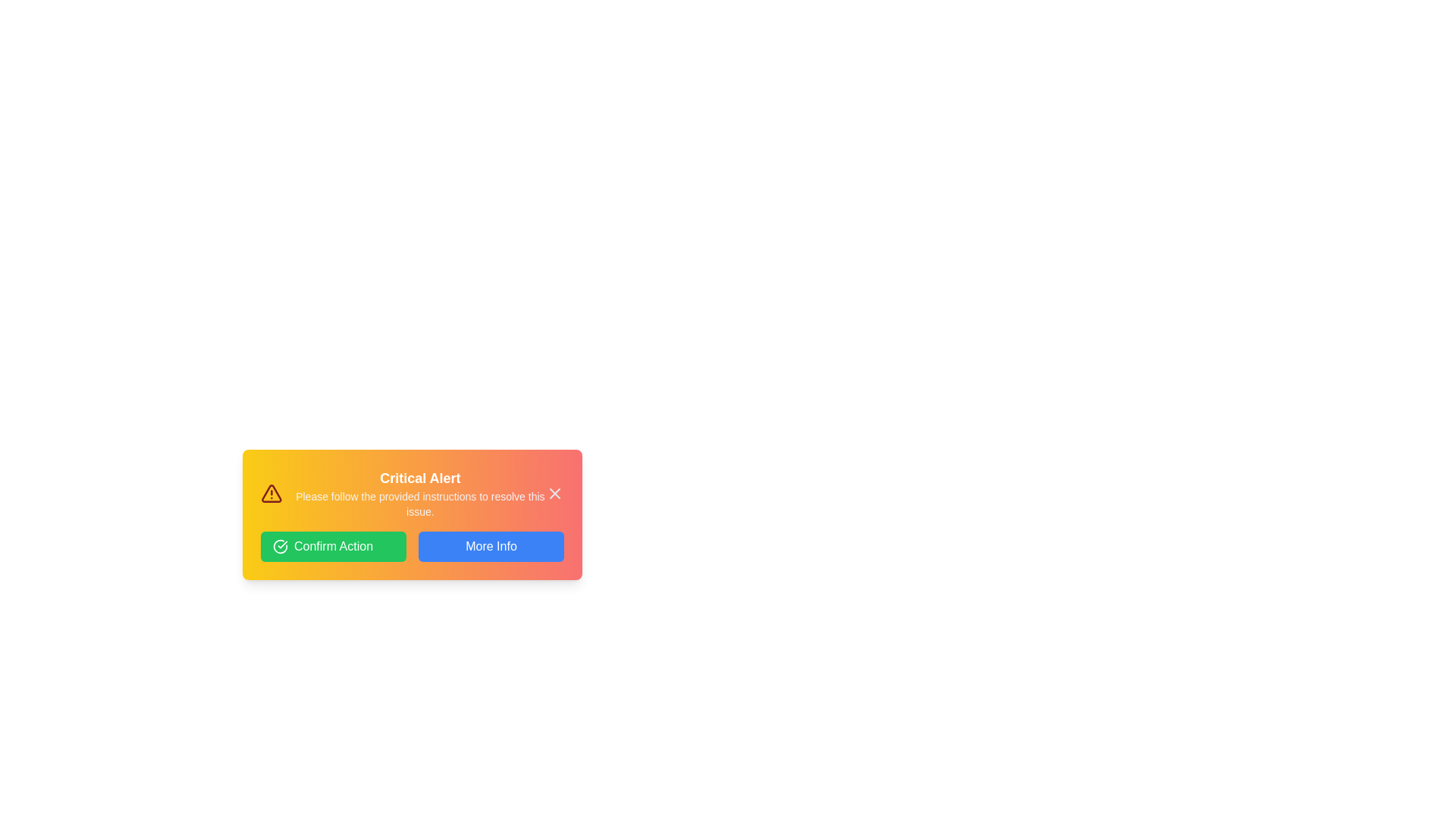 This screenshot has width=1456, height=819. Describe the element at coordinates (554, 494) in the screenshot. I see `the close button (X) to close the alert panel` at that location.